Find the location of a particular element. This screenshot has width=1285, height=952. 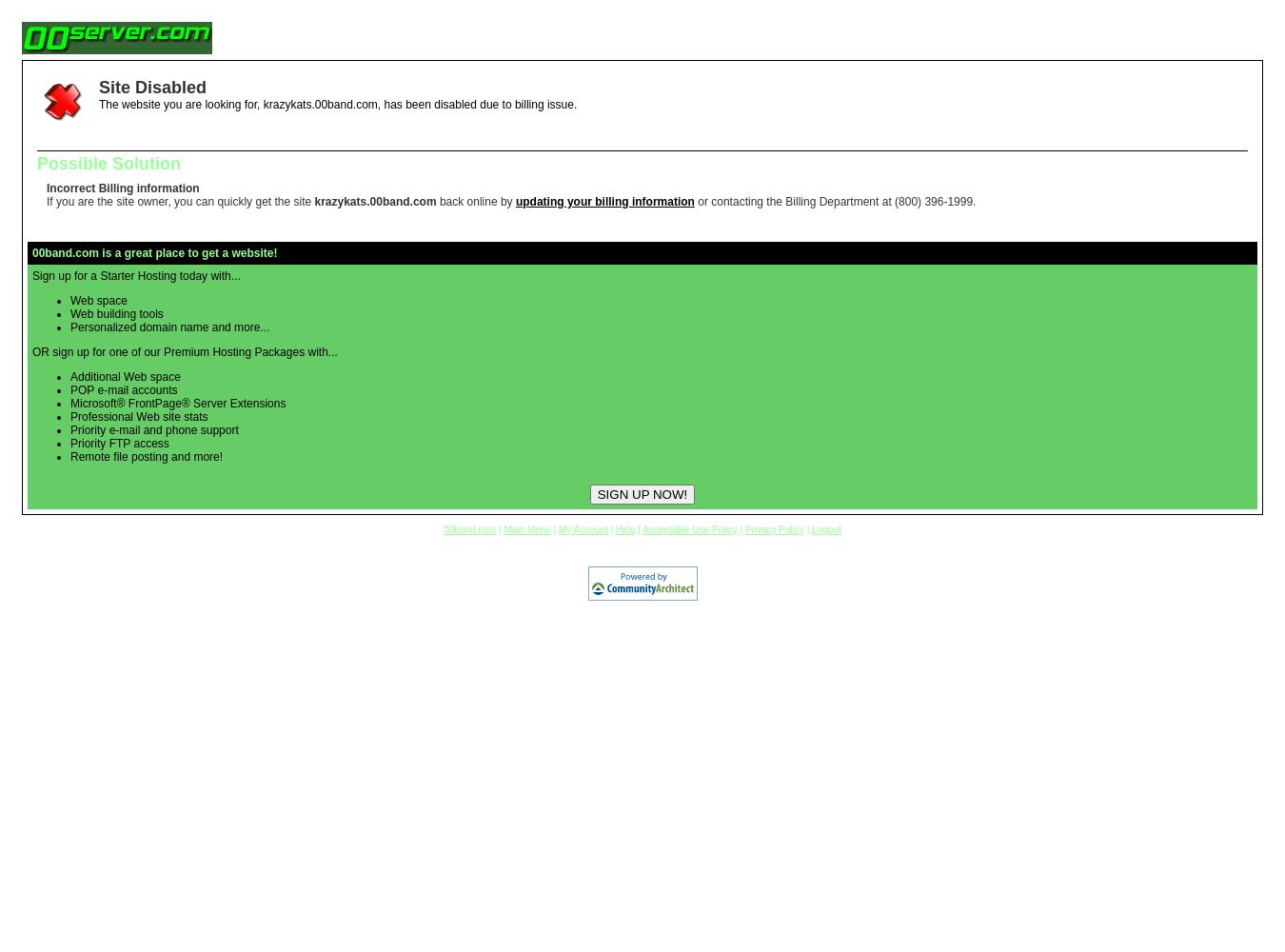

'back online by' is located at coordinates (475, 201).